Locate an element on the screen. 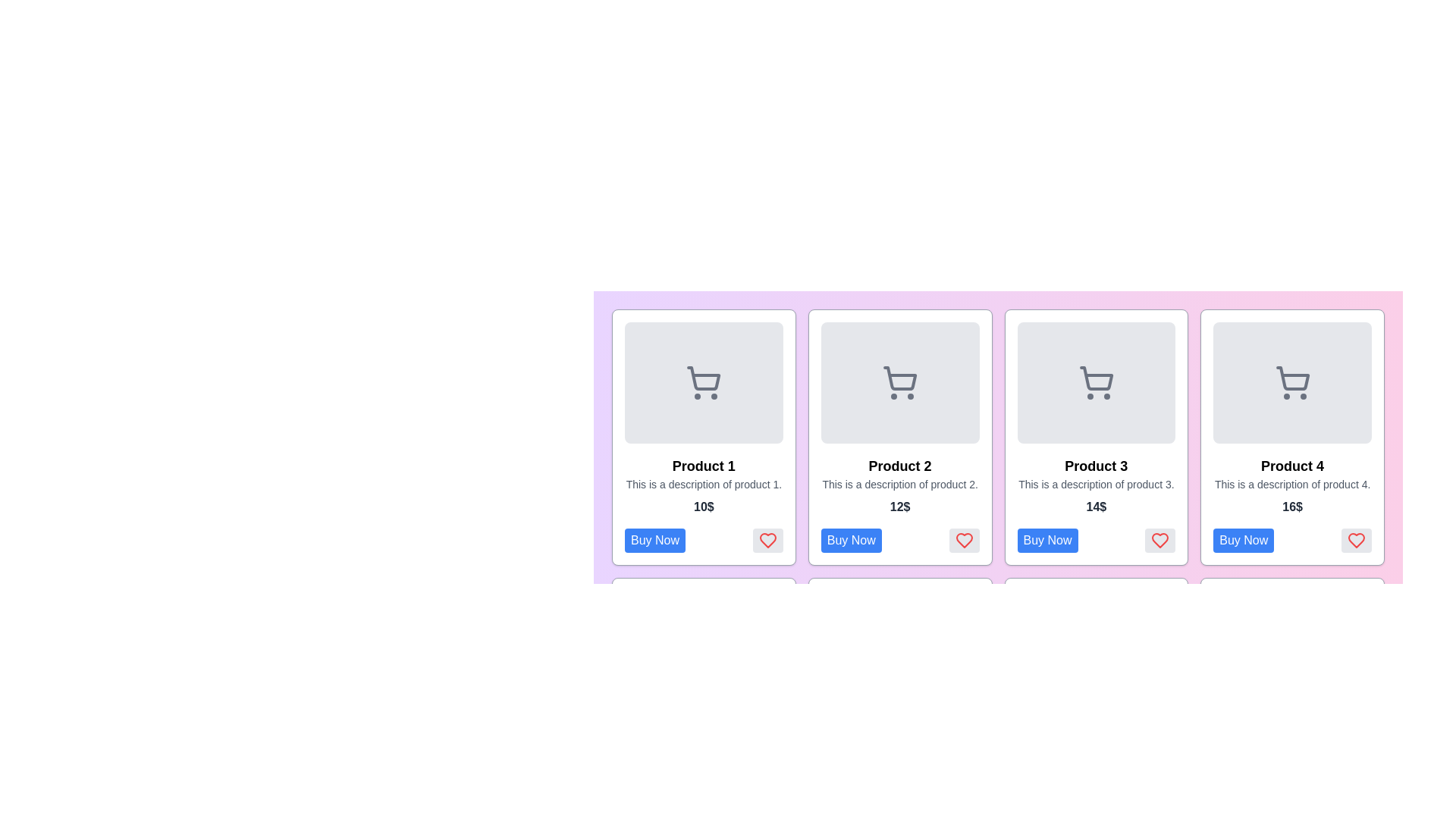 The width and height of the screenshot is (1456, 819). the light gray rounded rectangle graphical icon with a shopping cart, located above the title text 'Product 2' in the second product card is located at coordinates (900, 382).